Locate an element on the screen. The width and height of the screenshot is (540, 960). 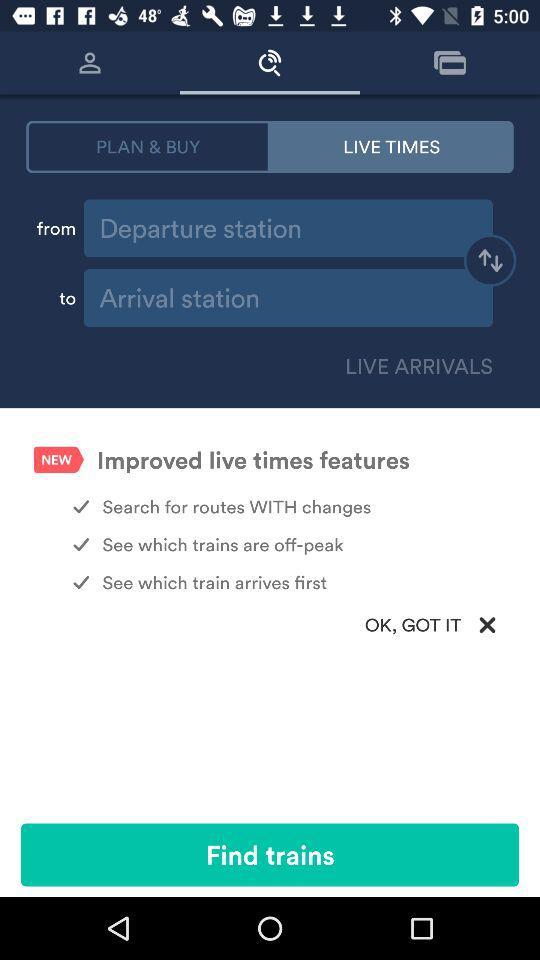
icon below ok, got it is located at coordinates (270, 853).